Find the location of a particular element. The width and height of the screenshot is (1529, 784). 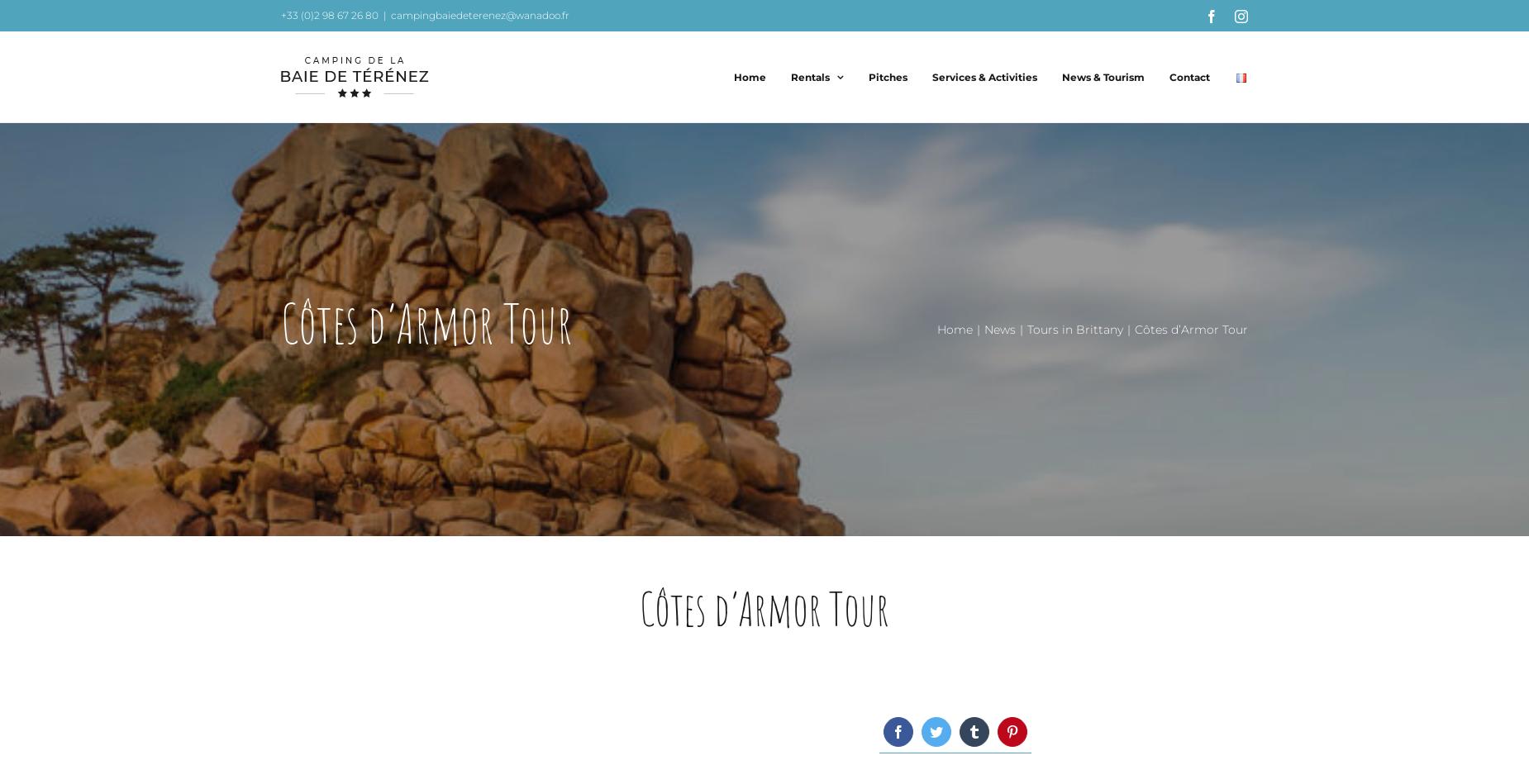

'Titania' is located at coordinates (827, 403).